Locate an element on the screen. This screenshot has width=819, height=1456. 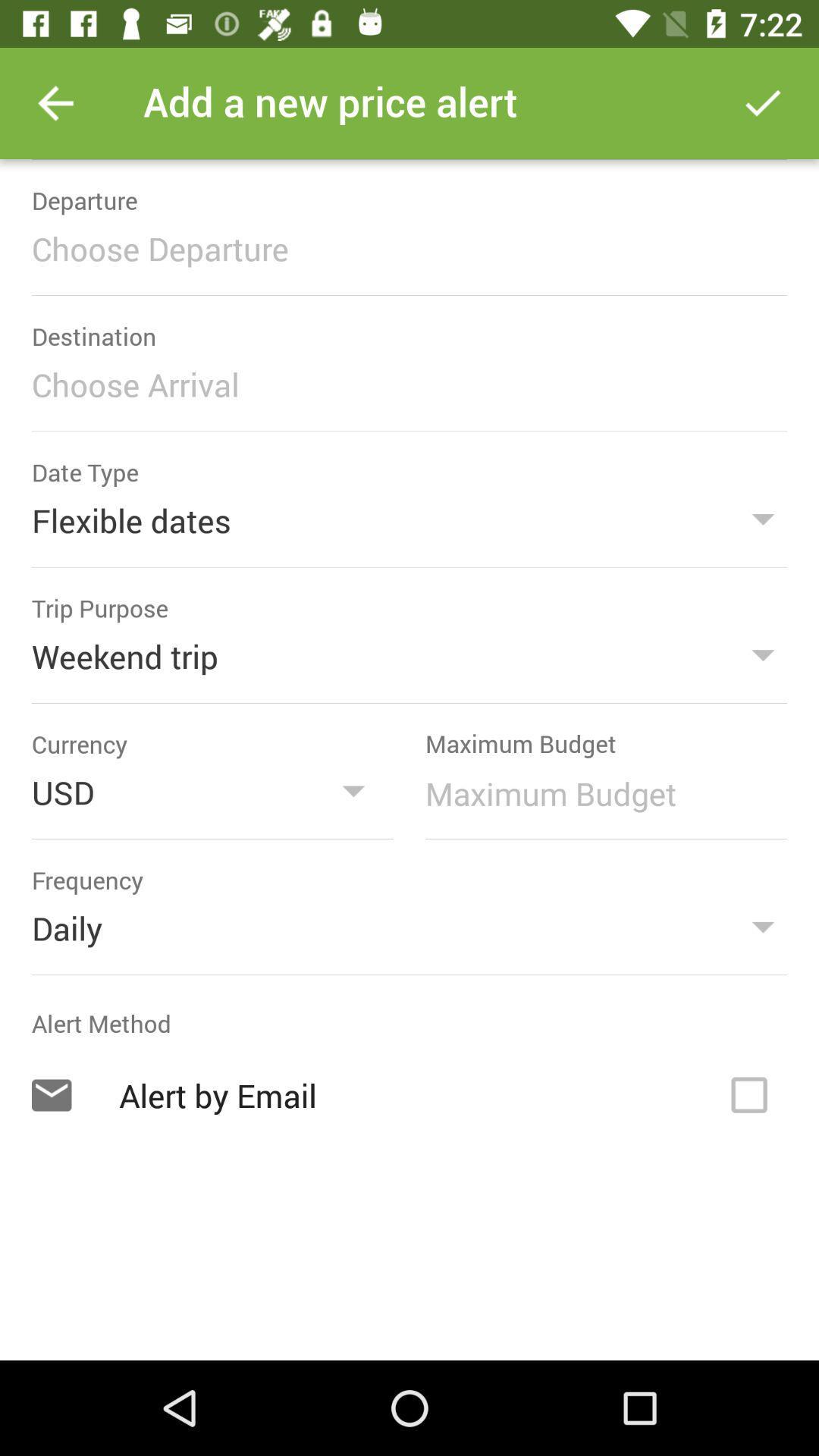
the icon next to the add a new is located at coordinates (763, 102).